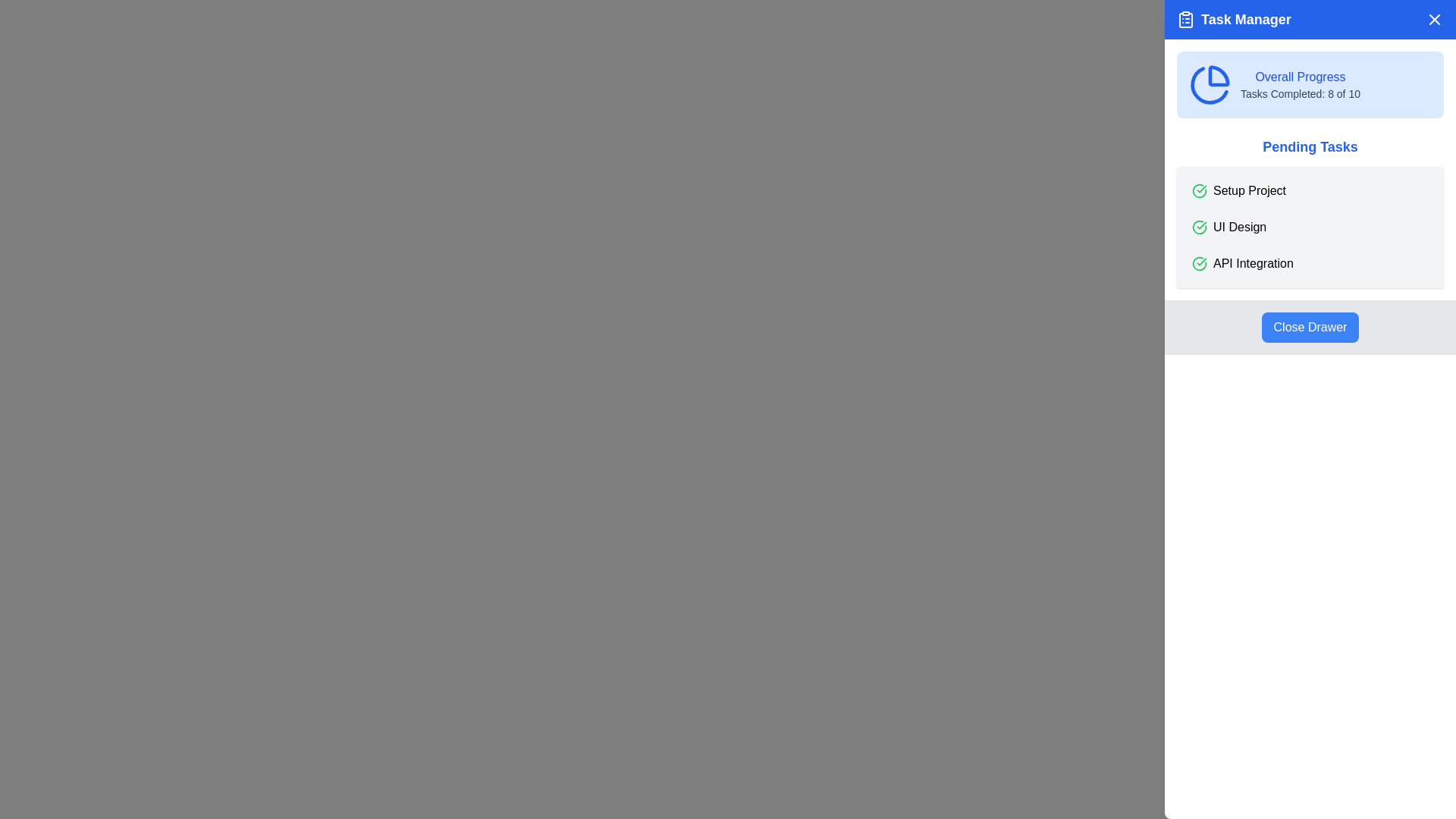  Describe the element at coordinates (1249, 190) in the screenshot. I see `the 'Setup Project' text label in the 'Pending Tasks' section of the sidebar to interact with associated task options` at that location.